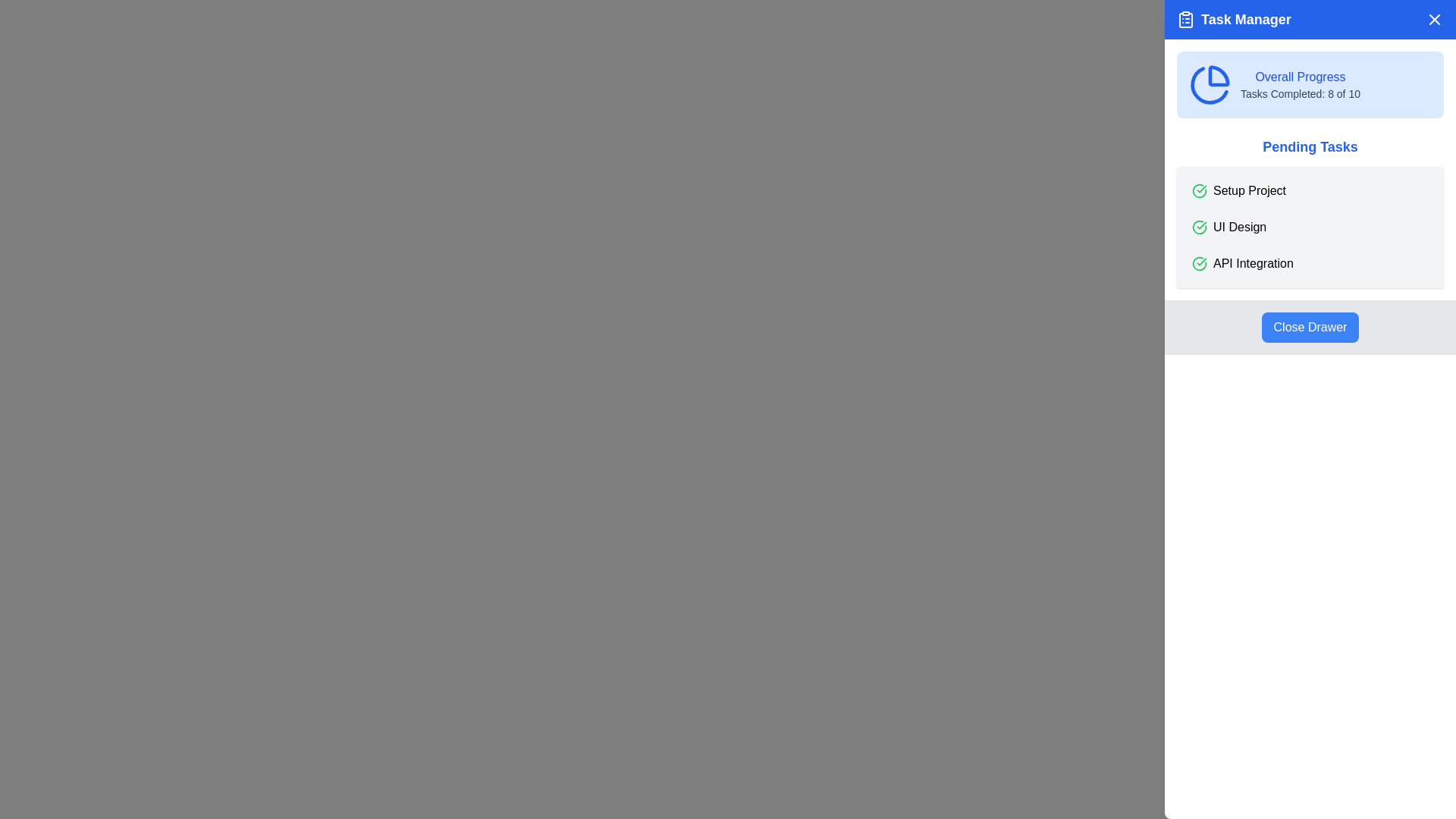  Describe the element at coordinates (1249, 190) in the screenshot. I see `the 'Setup Project' text label in the 'Pending Tasks' section of the sidebar to interact with associated task options` at that location.